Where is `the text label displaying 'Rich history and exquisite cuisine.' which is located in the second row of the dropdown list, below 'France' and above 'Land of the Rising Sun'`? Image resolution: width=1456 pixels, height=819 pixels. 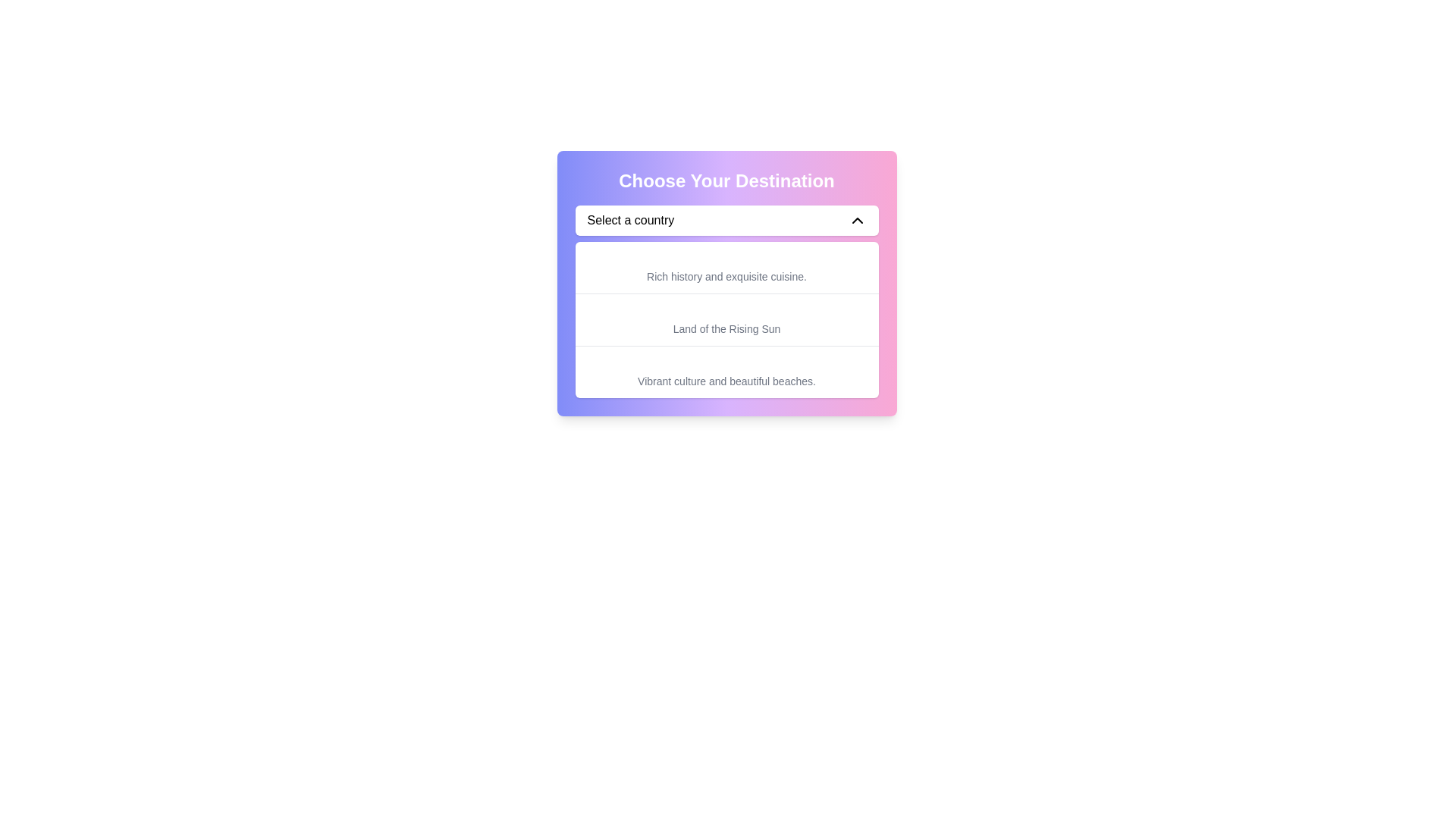 the text label displaying 'Rich history and exquisite cuisine.' which is located in the second row of the dropdown list, below 'France' and above 'Land of the Rising Sun' is located at coordinates (726, 267).